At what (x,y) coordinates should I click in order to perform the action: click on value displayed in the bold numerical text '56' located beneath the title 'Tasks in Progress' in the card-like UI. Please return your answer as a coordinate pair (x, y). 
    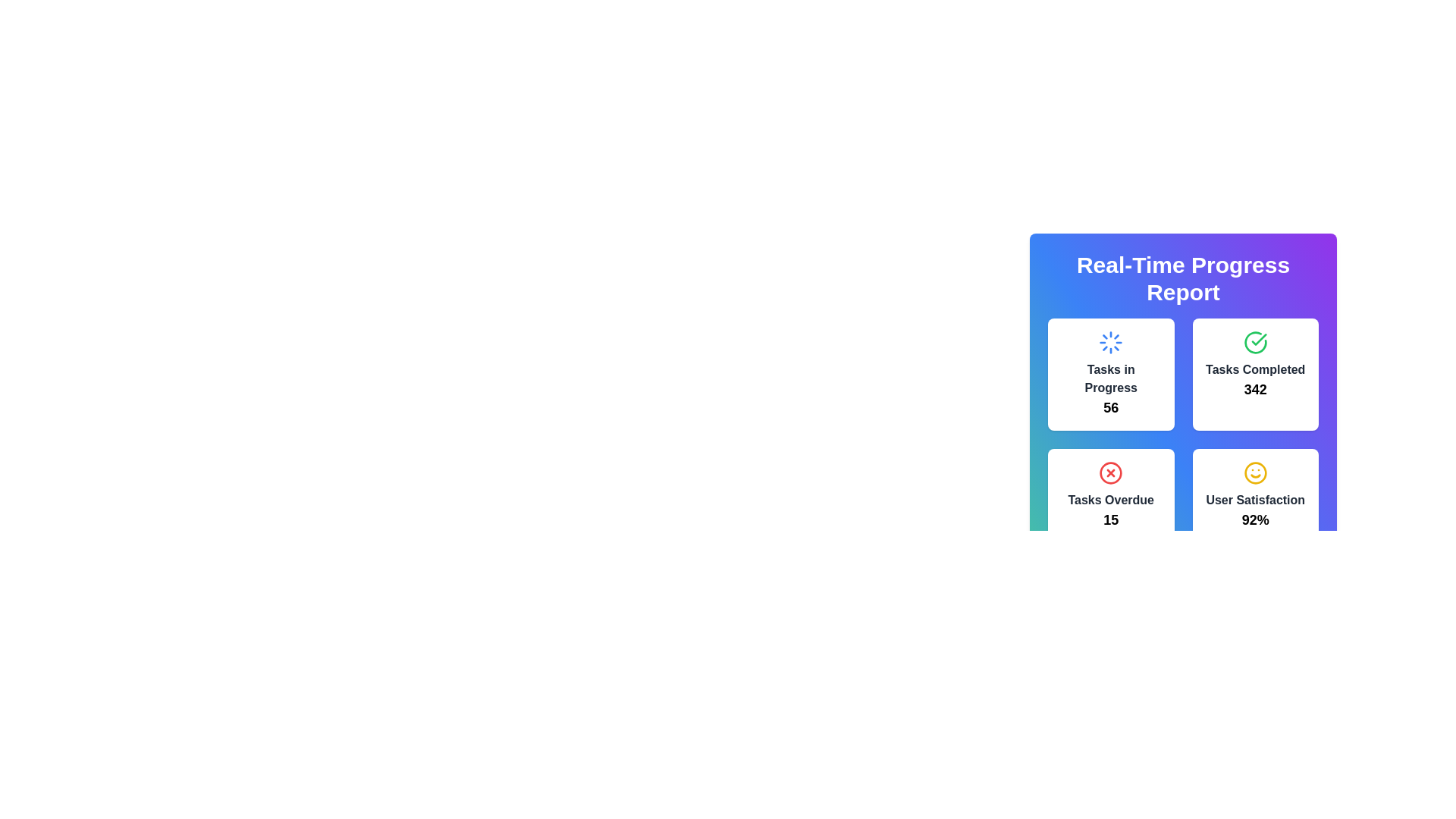
    Looking at the image, I should click on (1111, 406).